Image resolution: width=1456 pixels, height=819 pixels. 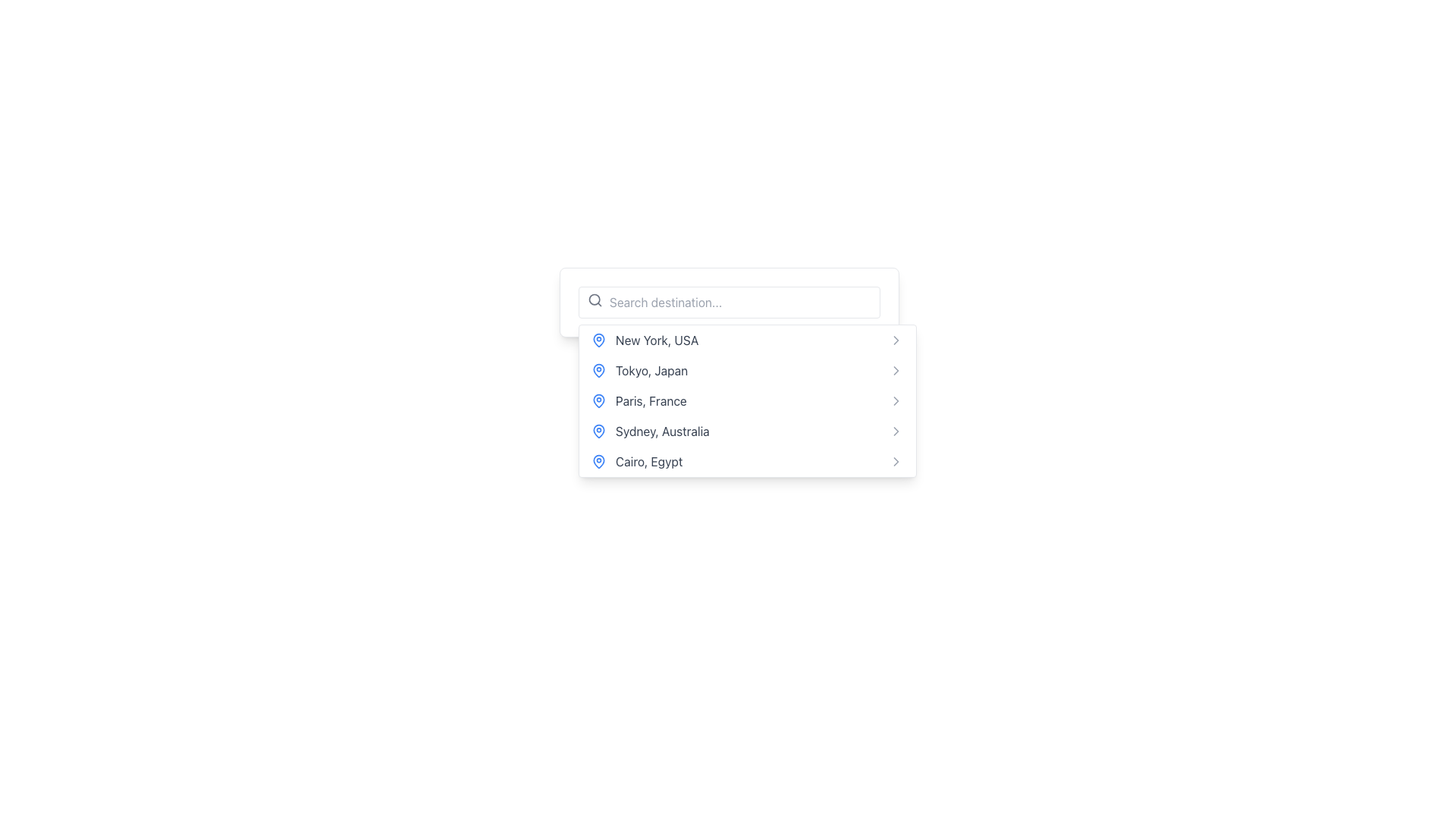 What do you see at coordinates (747, 431) in the screenshot?
I see `the list item for 'Sydney, Australia', which is the fourth item in the vertical list of locations` at bounding box center [747, 431].